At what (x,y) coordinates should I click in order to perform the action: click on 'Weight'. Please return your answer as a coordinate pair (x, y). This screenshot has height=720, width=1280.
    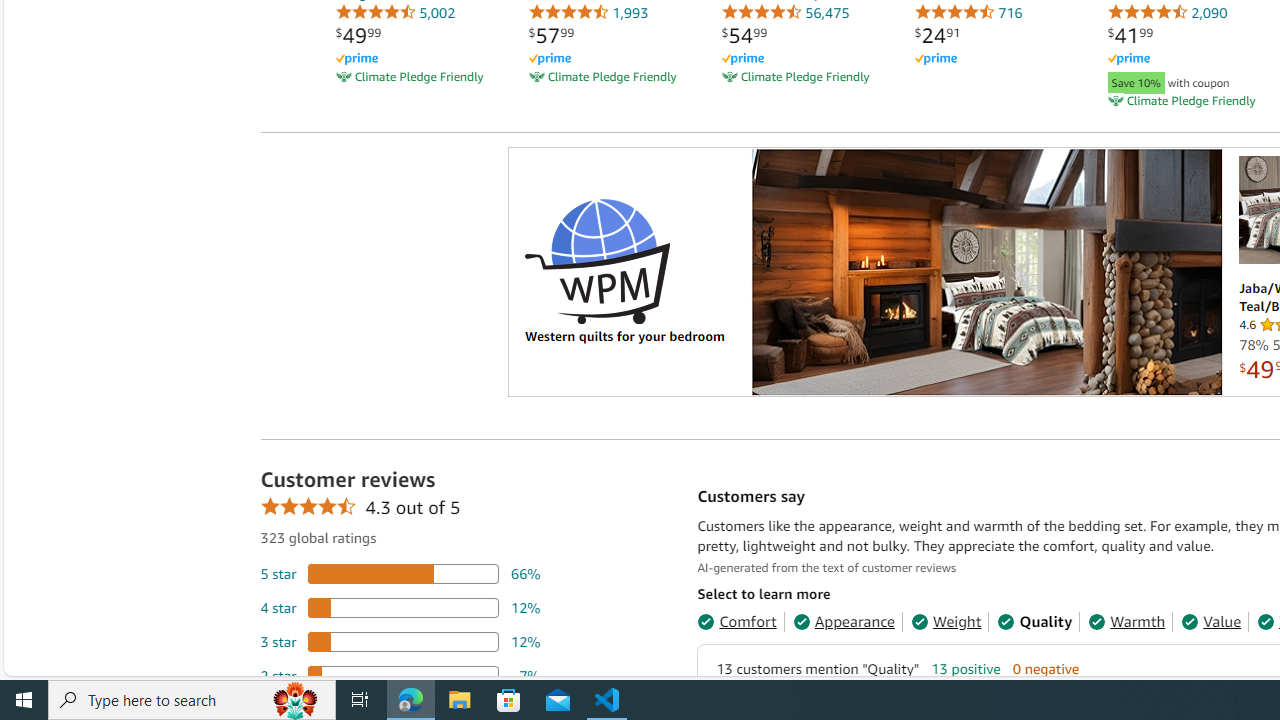
    Looking at the image, I should click on (944, 620).